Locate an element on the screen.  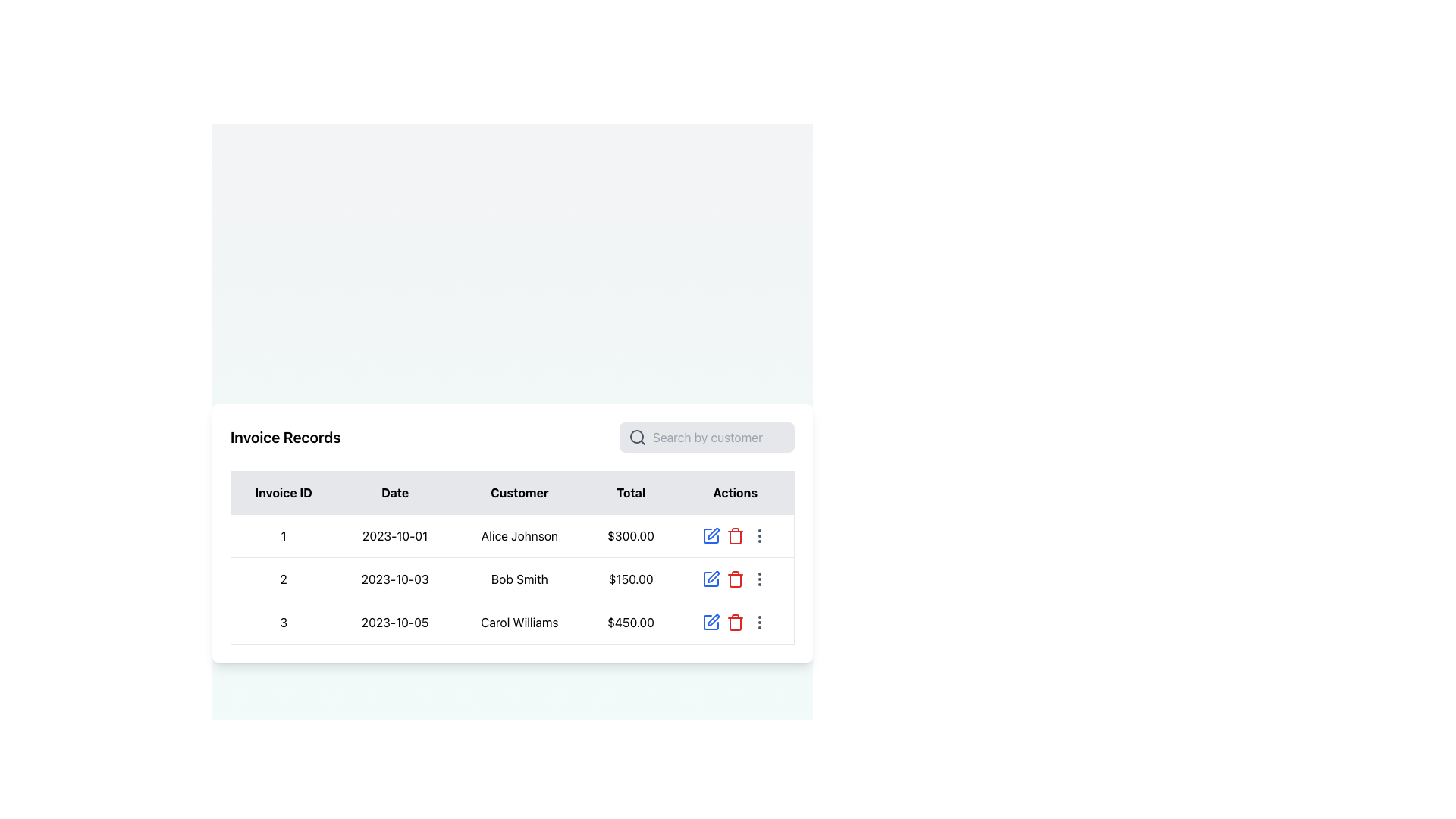
the icon featuring three vertically aligned dots (ellipsis) located in the last column of the last row of the table is located at coordinates (759, 622).